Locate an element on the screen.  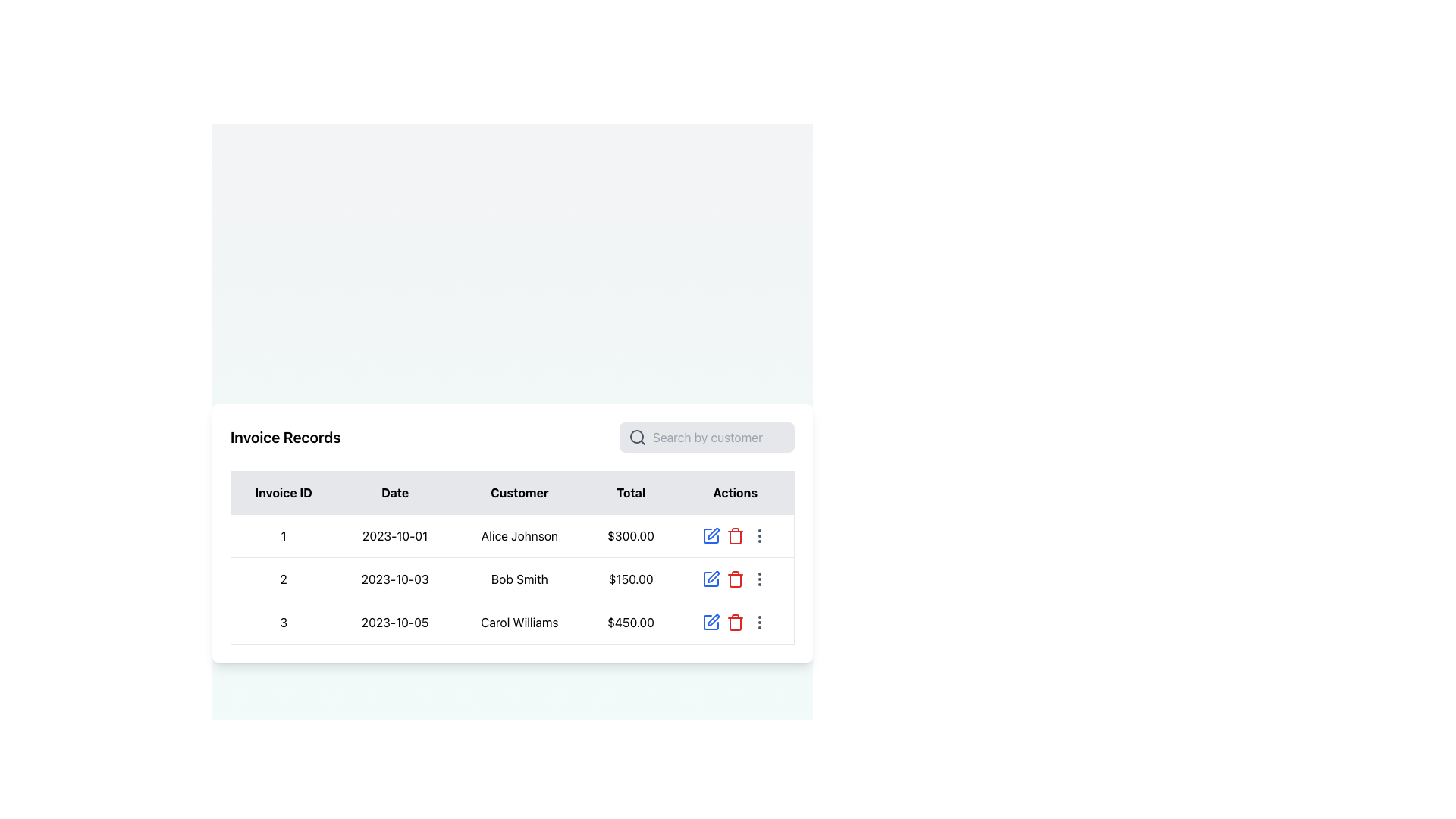
the icon featuring three vertically aligned dots (ellipsis) located in the last column of the last row of the table is located at coordinates (759, 622).